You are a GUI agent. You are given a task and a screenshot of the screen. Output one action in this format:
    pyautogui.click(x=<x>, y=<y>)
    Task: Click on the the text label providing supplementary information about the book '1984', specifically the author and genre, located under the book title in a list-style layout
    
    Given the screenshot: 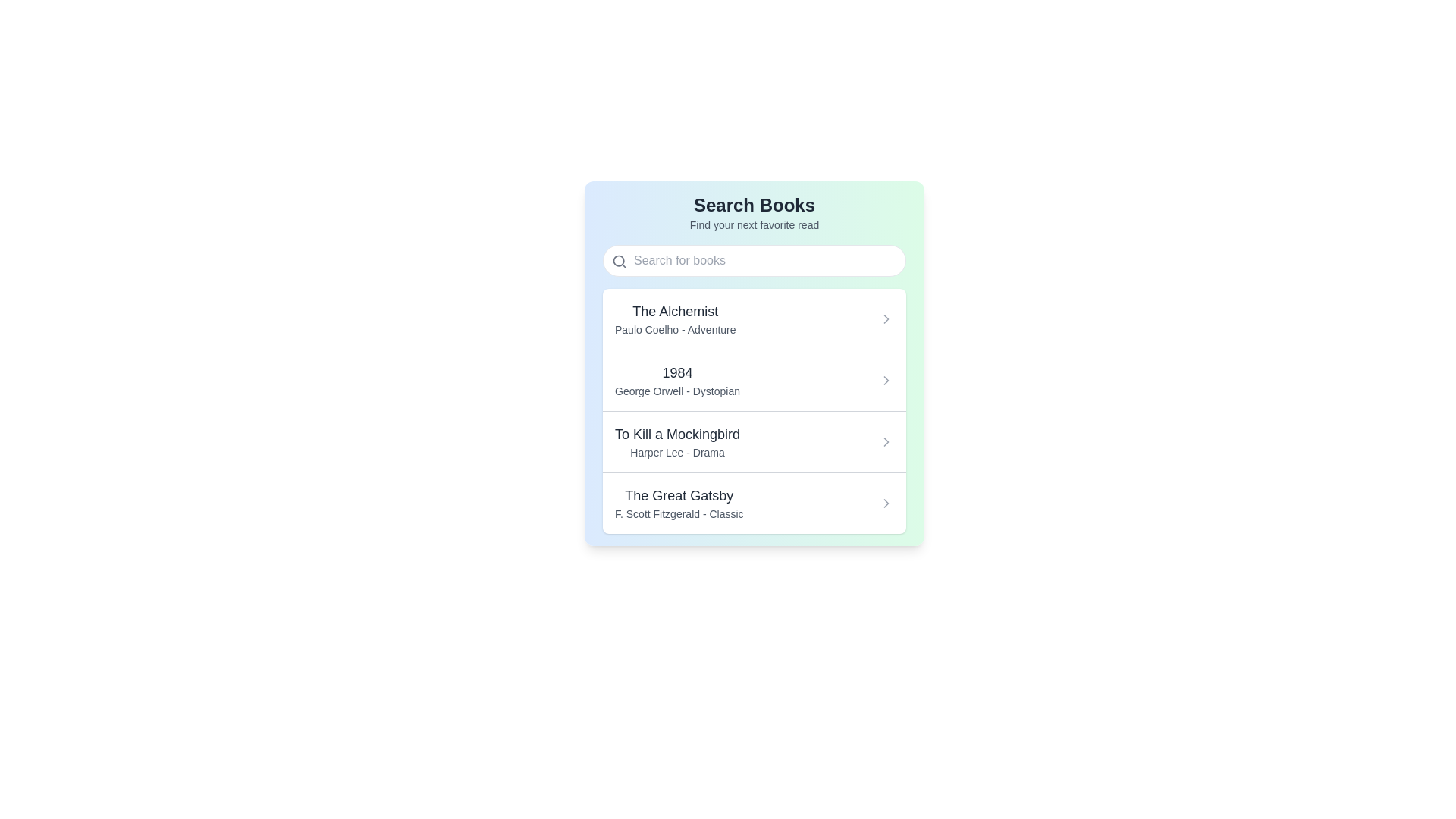 What is the action you would take?
    pyautogui.click(x=676, y=391)
    